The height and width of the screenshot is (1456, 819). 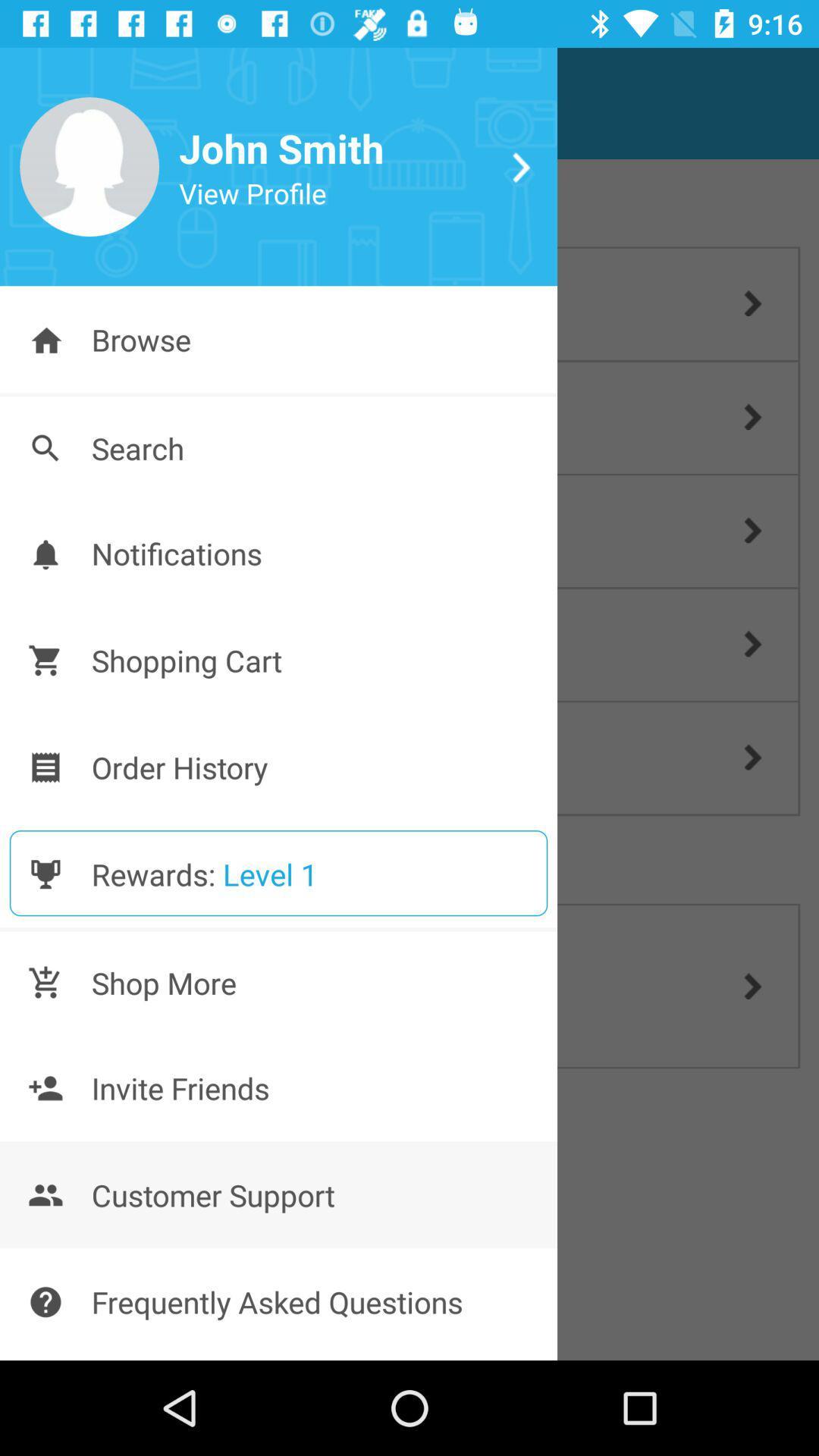 What do you see at coordinates (89, 167) in the screenshot?
I see `the profile icon which is above browse` at bounding box center [89, 167].